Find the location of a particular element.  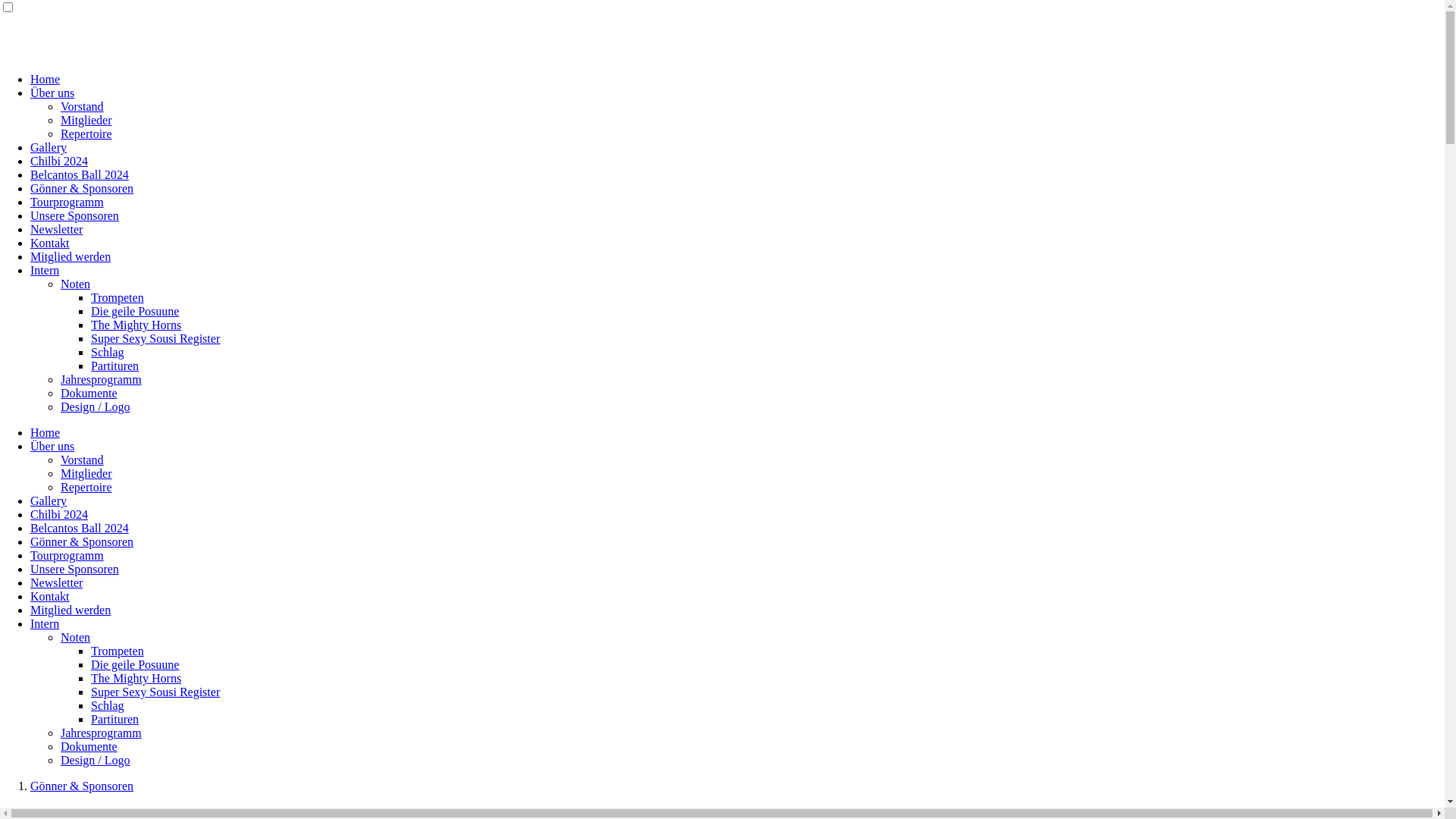

'Die geile Posuune' is located at coordinates (134, 310).